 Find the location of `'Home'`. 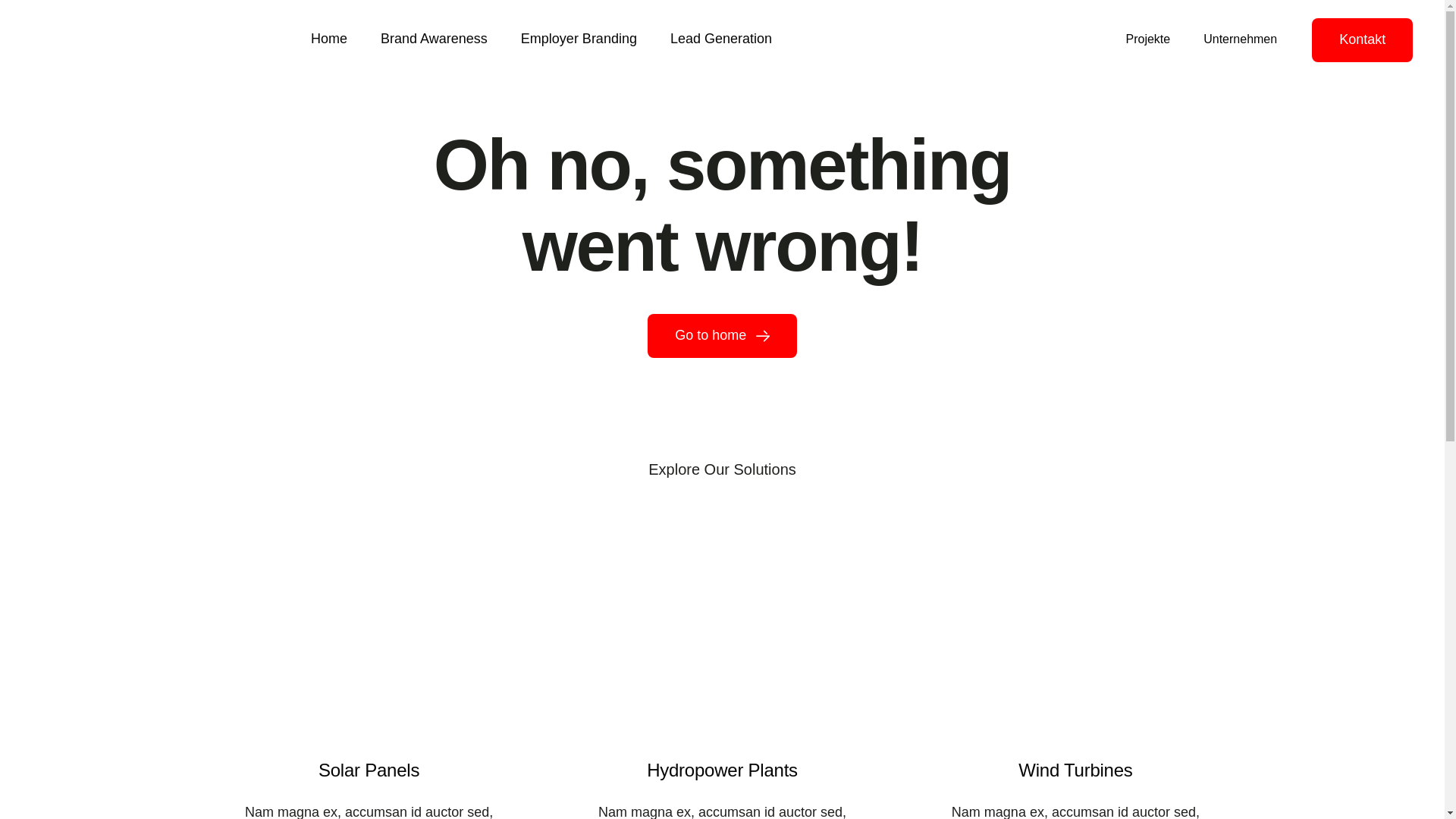

'Home' is located at coordinates (328, 39).